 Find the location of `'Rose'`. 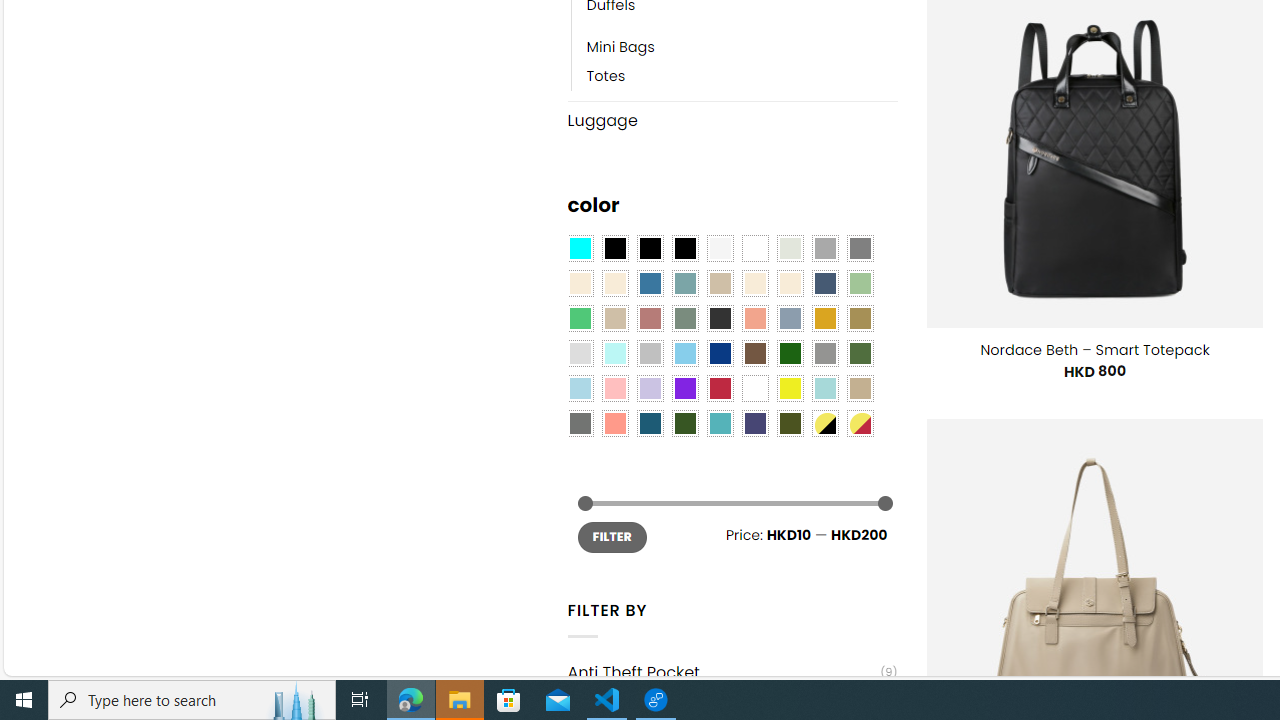

'Rose' is located at coordinates (650, 317).